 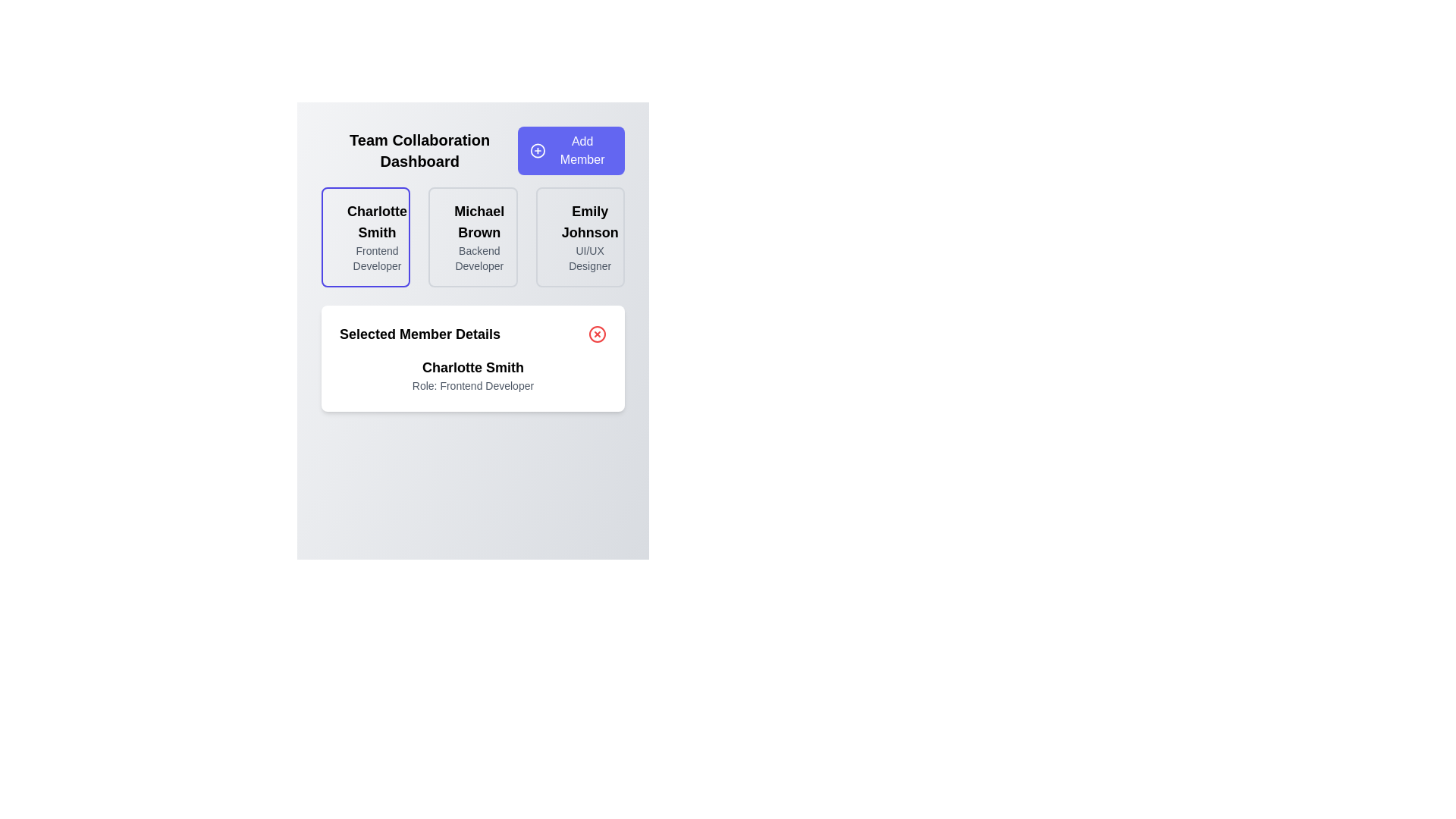 I want to click on the decorative SVG circle icon inside the 'Add Member' button located in the top-right area of the interface, so click(x=538, y=151).